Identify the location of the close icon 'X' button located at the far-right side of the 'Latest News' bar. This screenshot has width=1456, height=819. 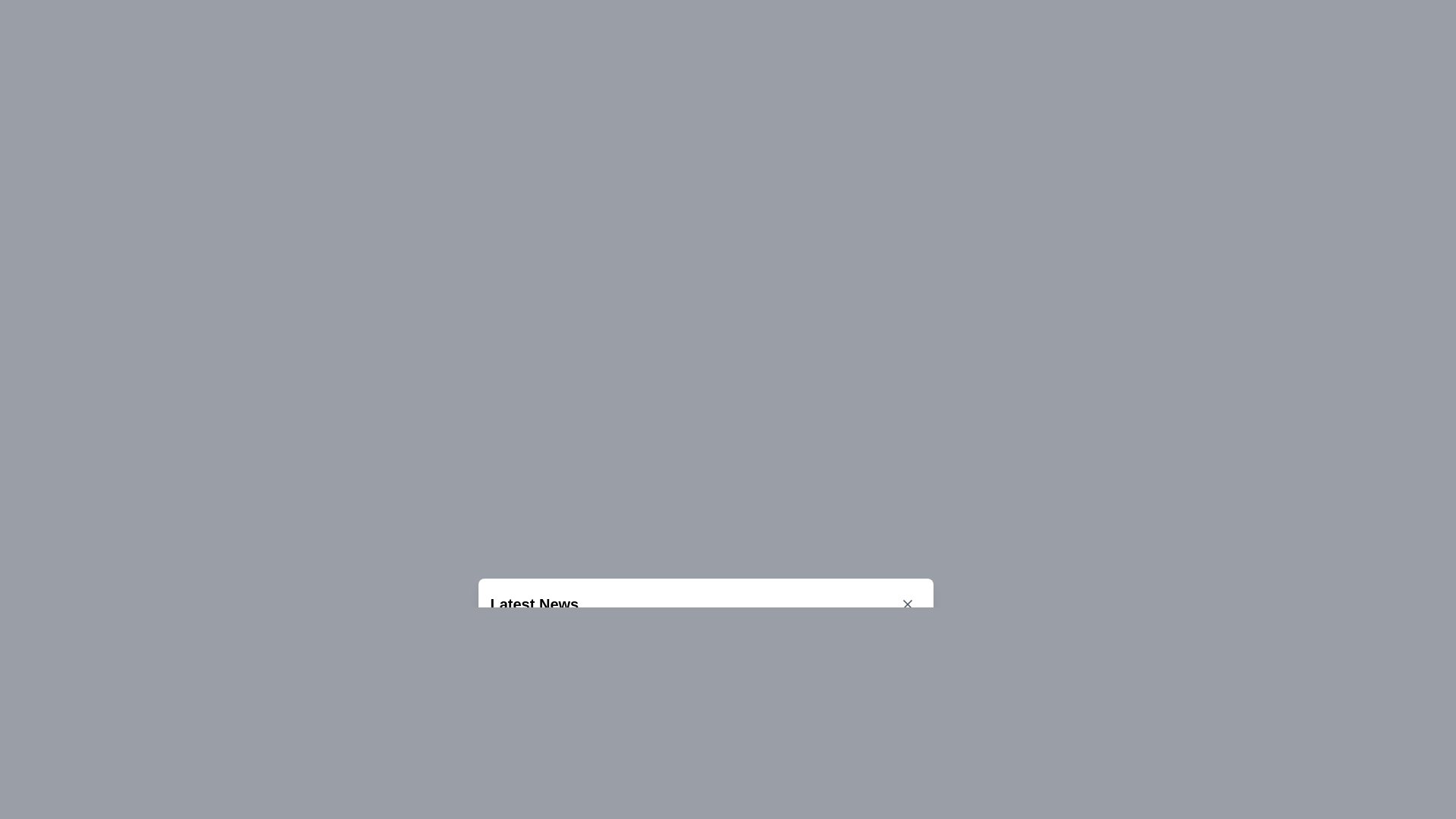
(907, 603).